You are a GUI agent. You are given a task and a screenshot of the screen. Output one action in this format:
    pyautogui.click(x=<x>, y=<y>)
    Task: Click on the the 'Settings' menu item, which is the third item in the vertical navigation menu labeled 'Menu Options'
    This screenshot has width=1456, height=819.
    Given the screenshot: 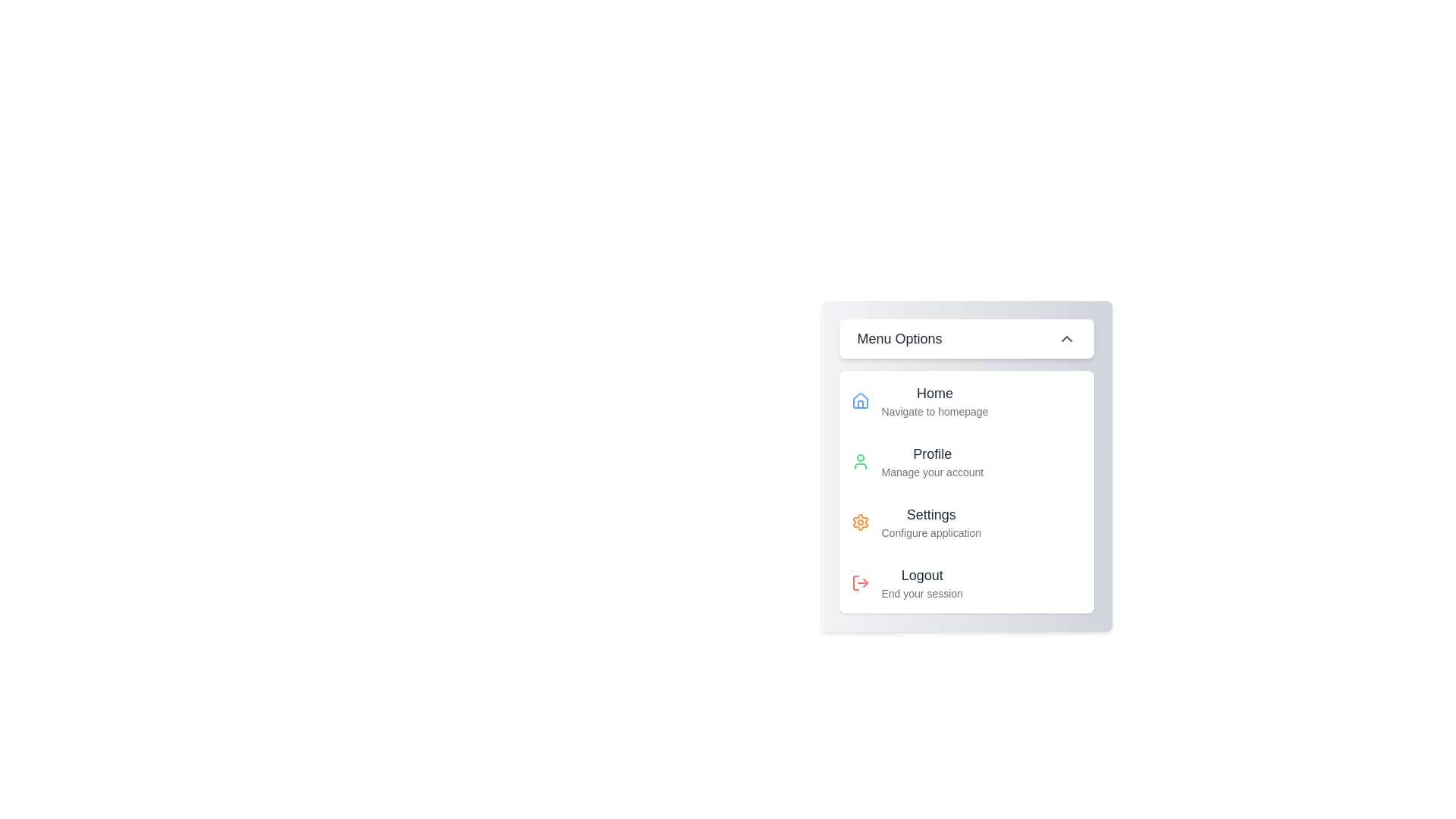 What is the action you would take?
    pyautogui.click(x=930, y=522)
    